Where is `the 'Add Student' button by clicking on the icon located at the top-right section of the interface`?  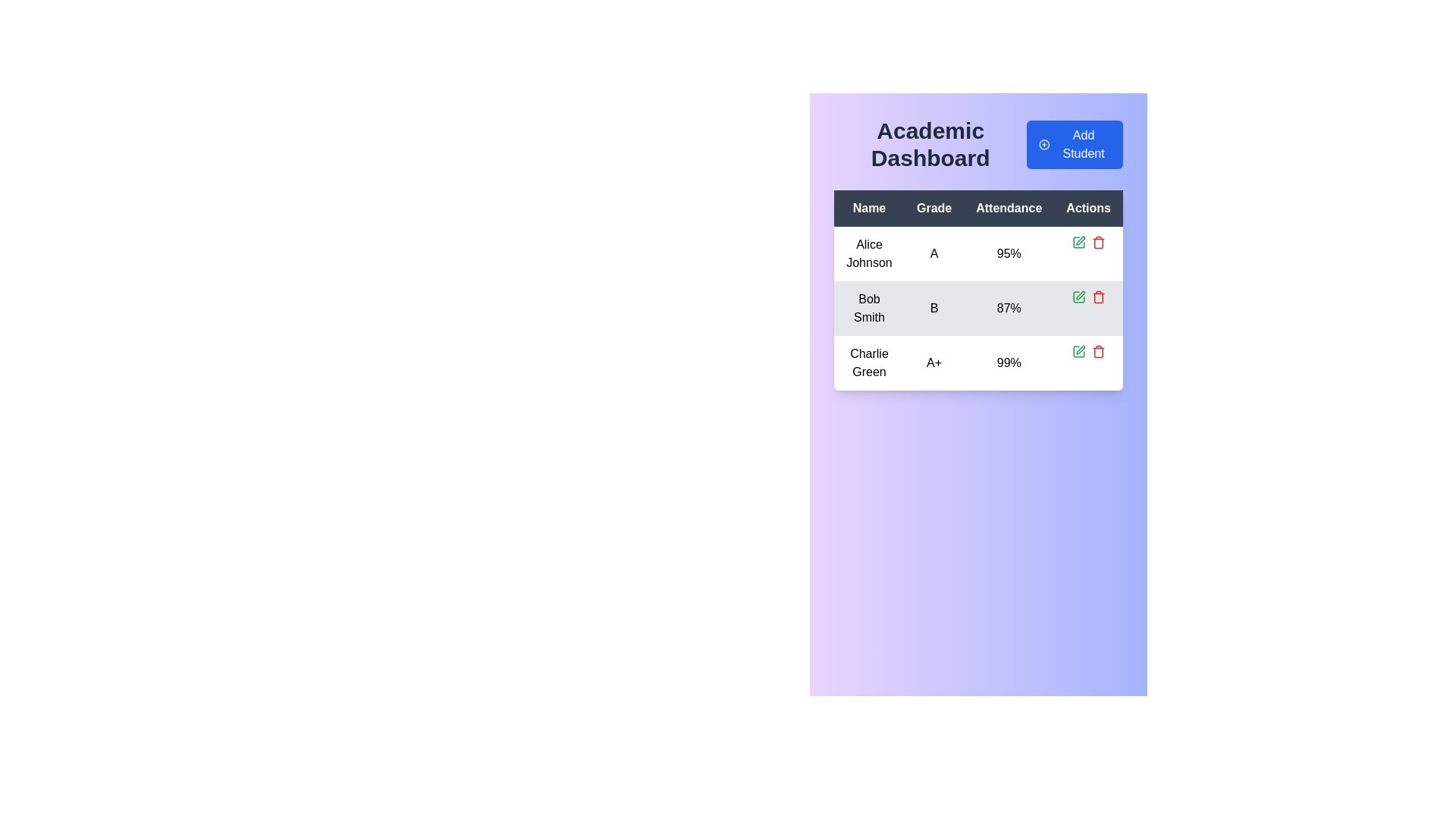 the 'Add Student' button by clicking on the icon located at the top-right section of the interface is located at coordinates (1043, 145).